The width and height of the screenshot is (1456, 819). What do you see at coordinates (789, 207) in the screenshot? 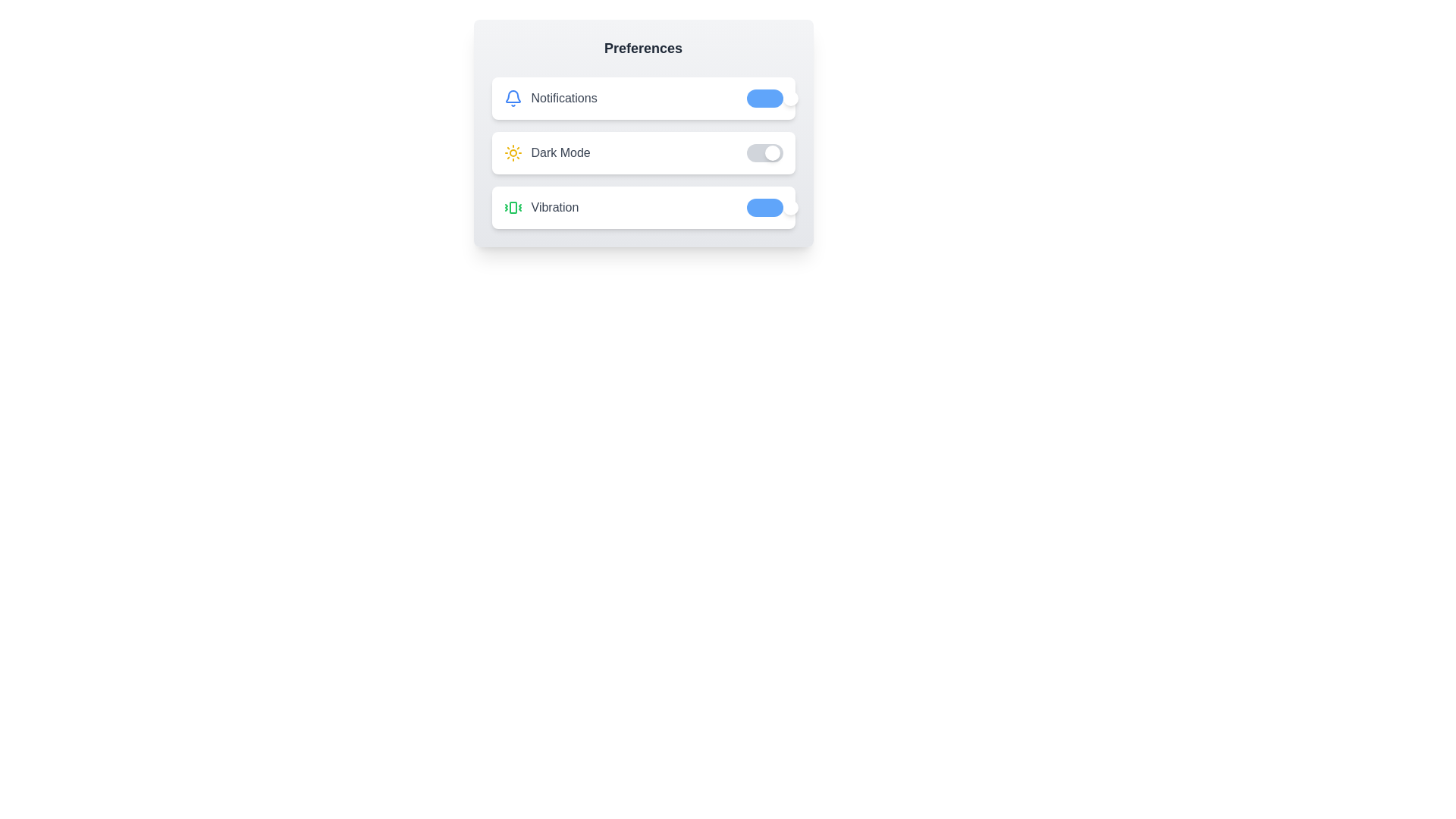
I see `the Draggable toggle handle at the rightmost end of the toggle switch for the 'Vibration' option` at bounding box center [789, 207].